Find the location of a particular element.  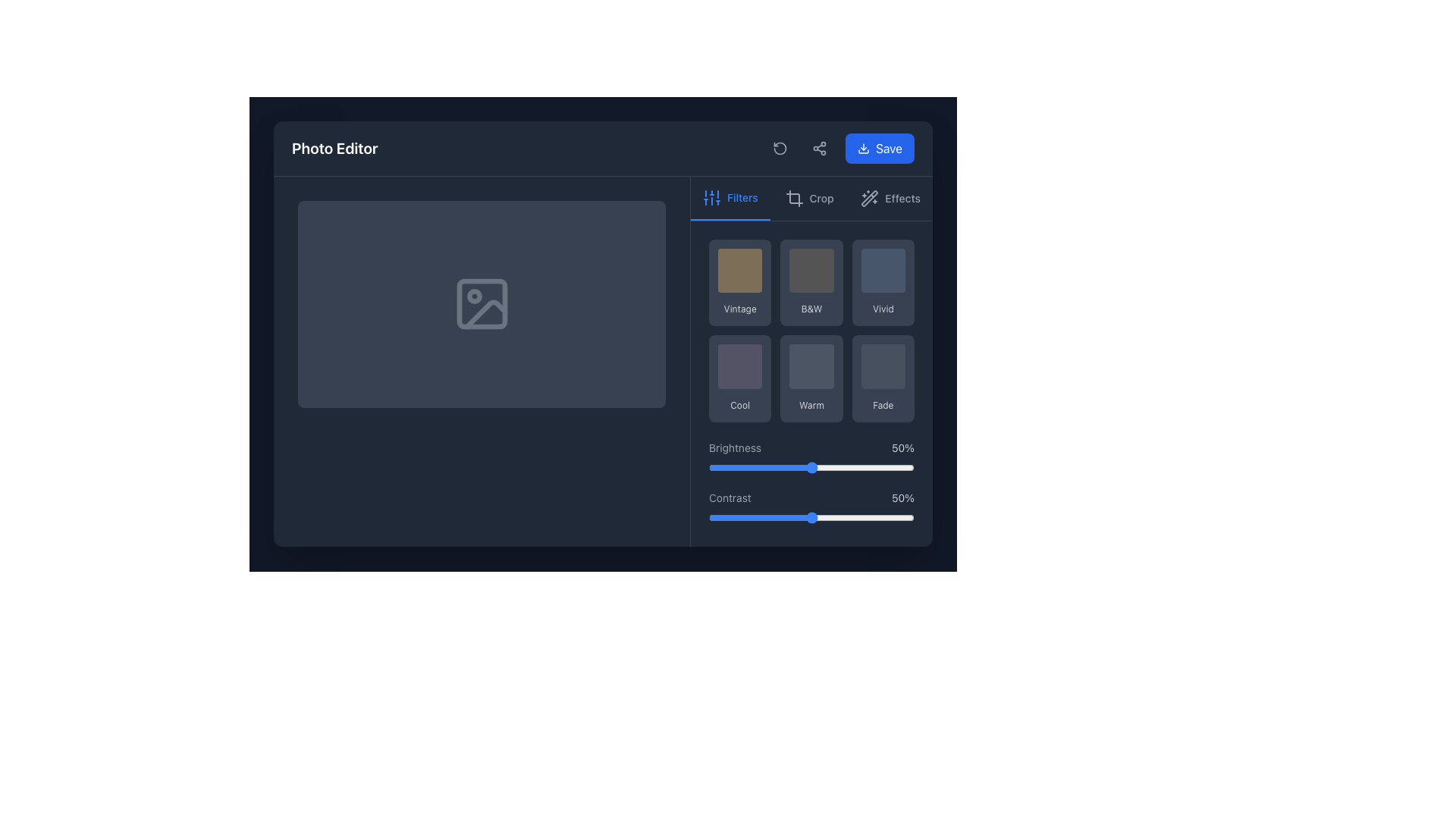

the 'Warm' filter button located in the bottom center area of the interface, which is part of a grid layout for image editing enhancements is located at coordinates (811, 366).